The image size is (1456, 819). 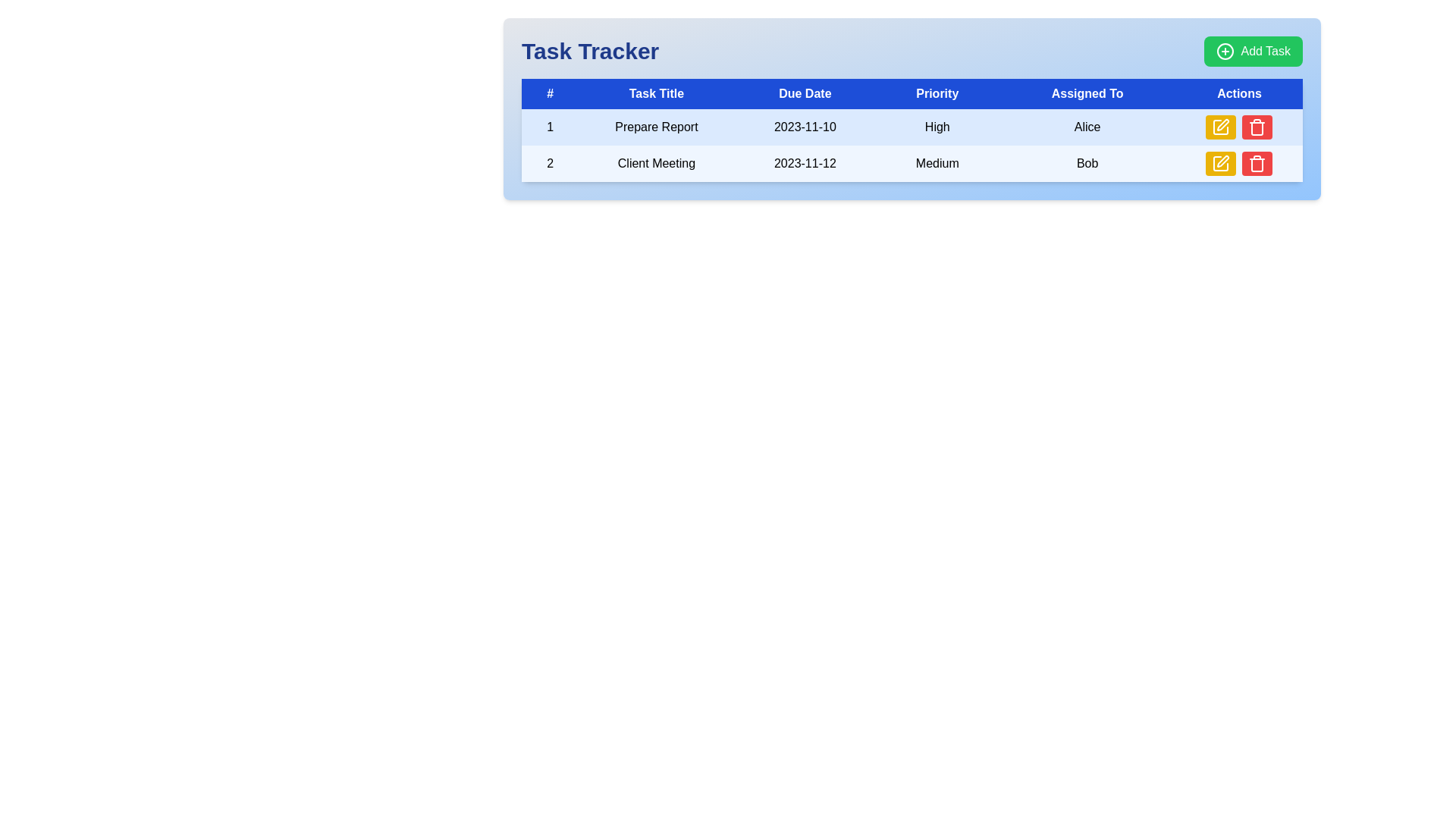 I want to click on the 'Priority' table header, which is the fourth column header in a table with a blue background and white text, so click(x=937, y=93).